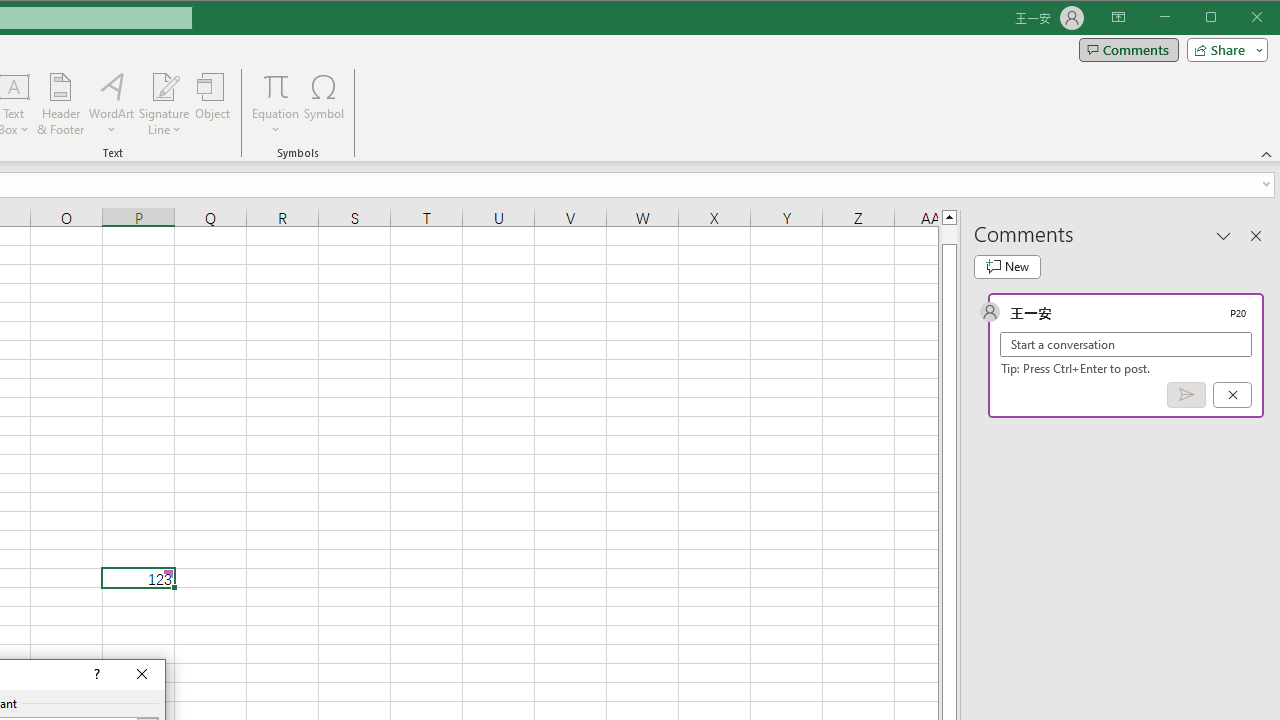 The width and height of the screenshot is (1280, 720). Describe the element at coordinates (164, 85) in the screenshot. I see `'Signature Line'` at that location.